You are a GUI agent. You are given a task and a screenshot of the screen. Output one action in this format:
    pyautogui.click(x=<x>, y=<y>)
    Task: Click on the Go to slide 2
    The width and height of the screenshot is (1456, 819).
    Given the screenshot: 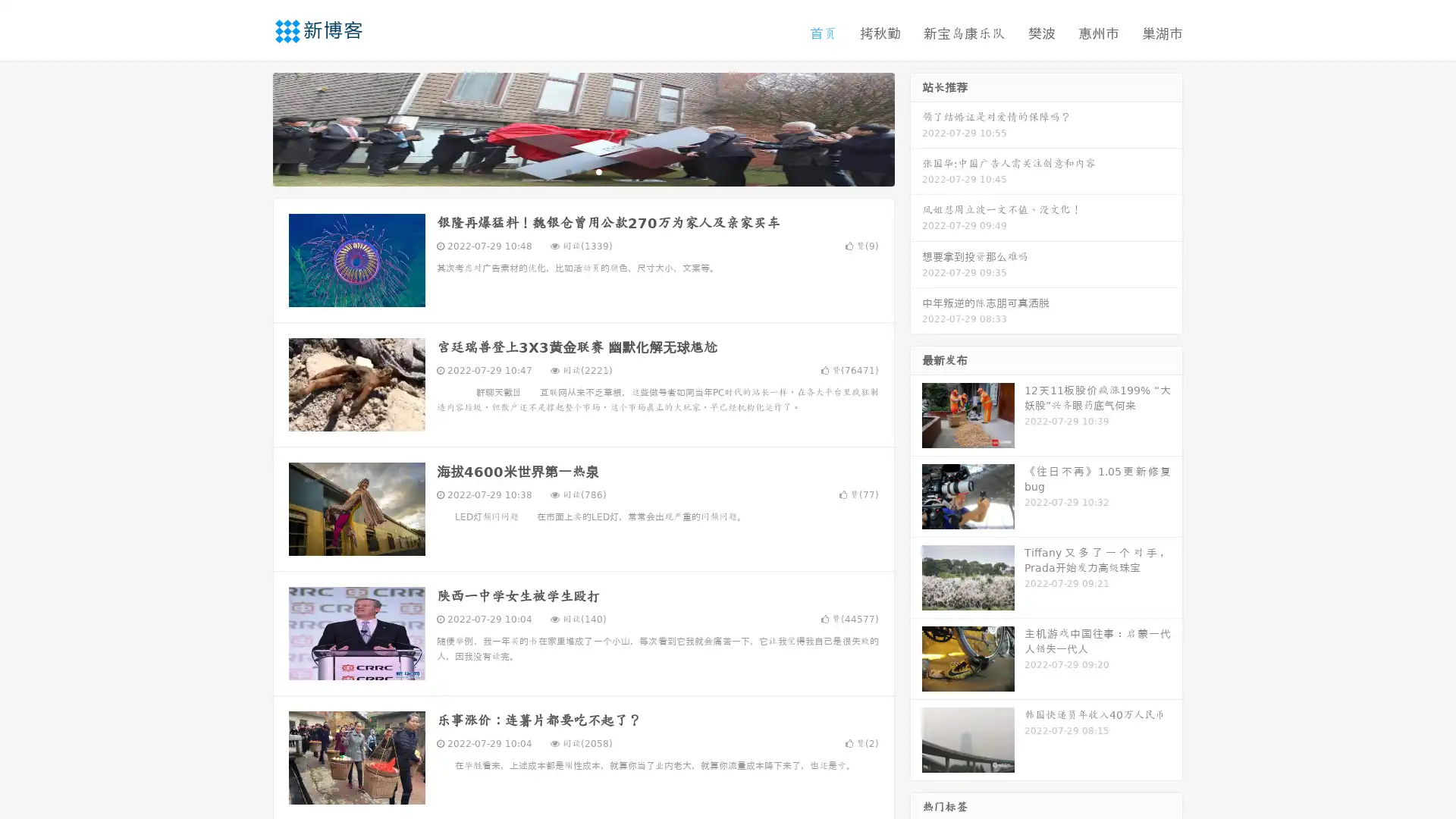 What is the action you would take?
    pyautogui.click(x=582, y=171)
    